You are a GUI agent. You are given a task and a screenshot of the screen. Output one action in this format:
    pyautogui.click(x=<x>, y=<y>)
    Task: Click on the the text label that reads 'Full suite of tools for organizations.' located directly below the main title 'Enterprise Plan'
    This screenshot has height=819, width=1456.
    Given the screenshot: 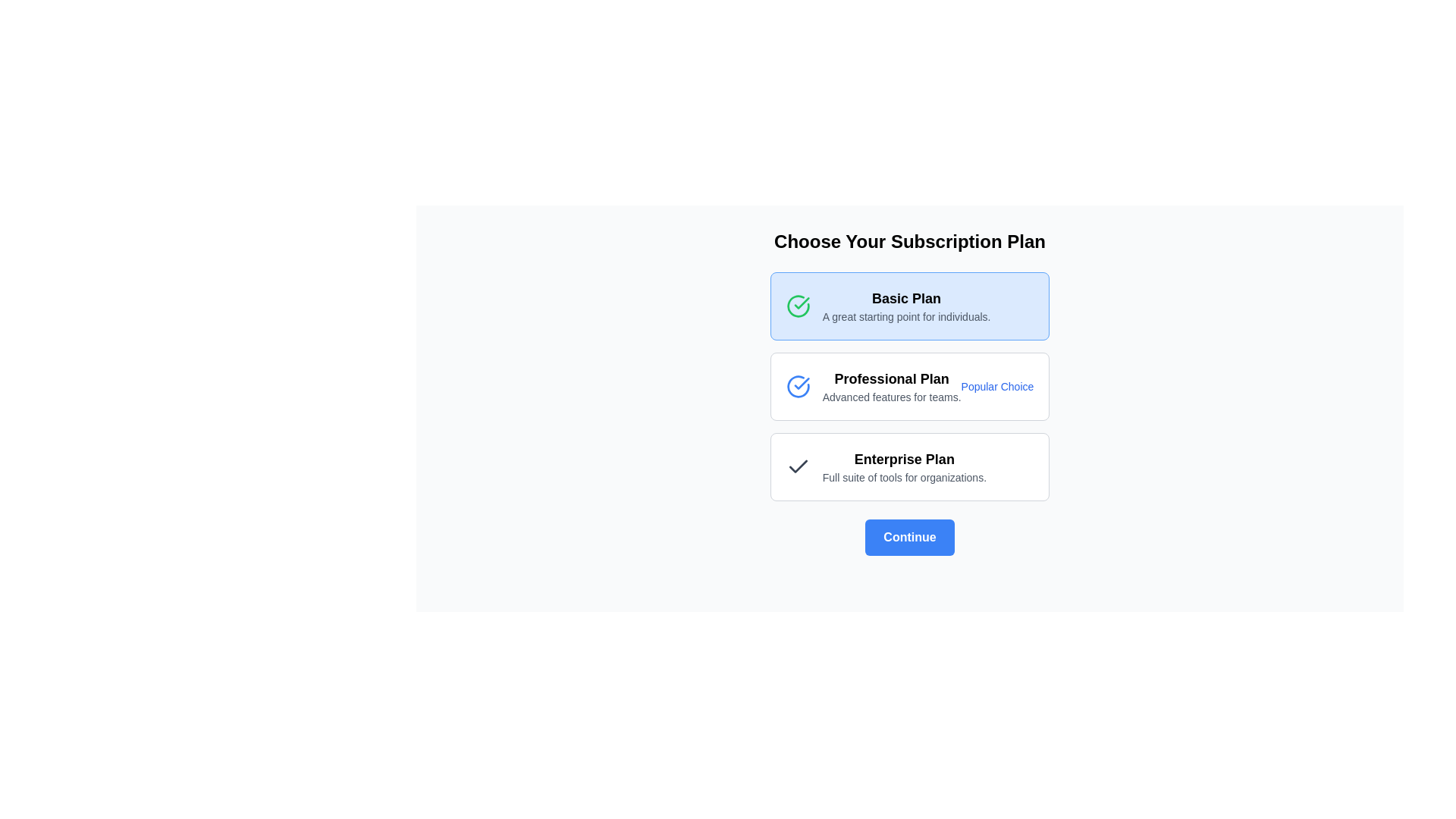 What is the action you would take?
    pyautogui.click(x=904, y=476)
    